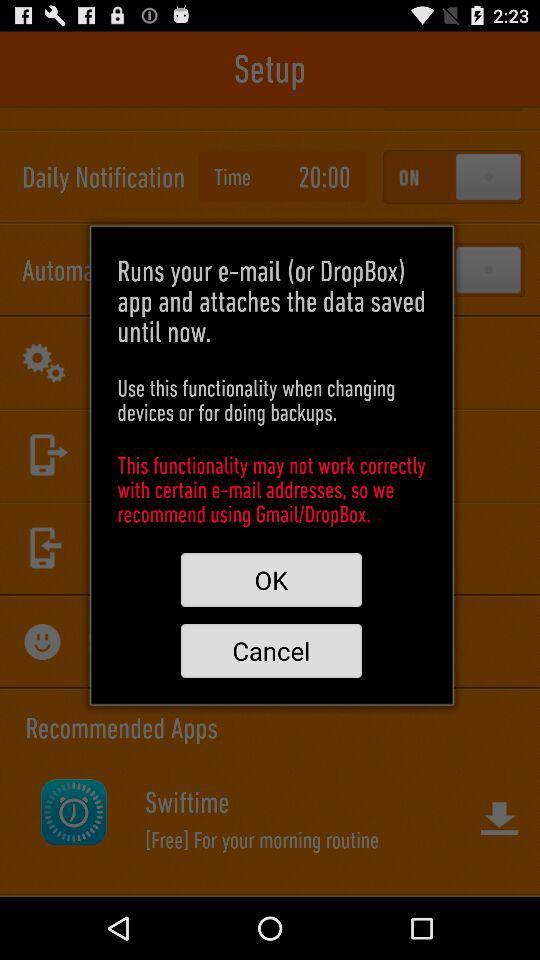 Image resolution: width=540 pixels, height=960 pixels. I want to click on the cancel icon, so click(270, 649).